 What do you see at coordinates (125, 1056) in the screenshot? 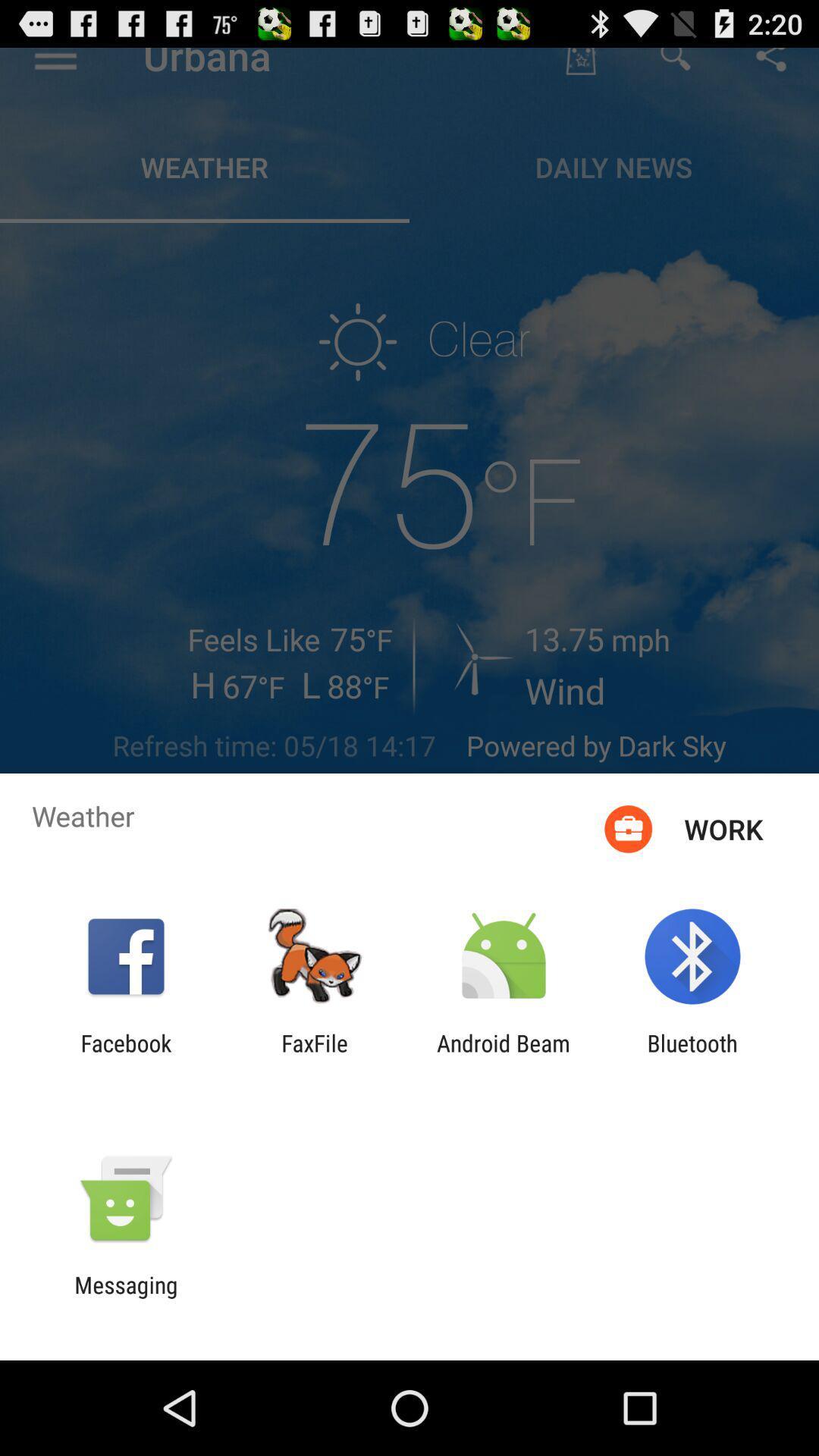
I see `the app to the left of the faxfile icon` at bounding box center [125, 1056].